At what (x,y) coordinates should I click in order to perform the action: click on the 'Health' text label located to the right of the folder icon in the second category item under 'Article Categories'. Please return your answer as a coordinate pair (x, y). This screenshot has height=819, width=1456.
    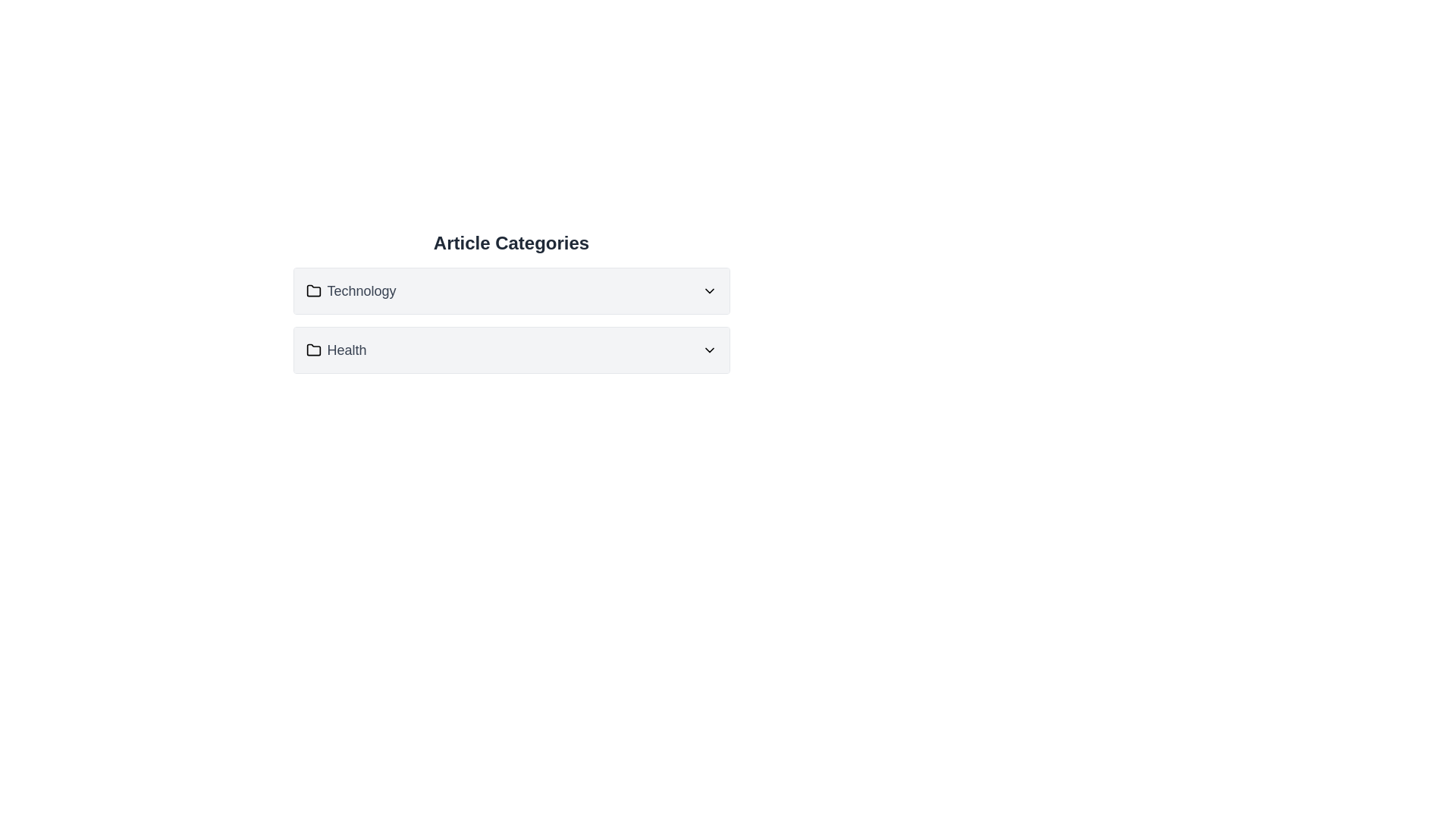
    Looking at the image, I should click on (346, 350).